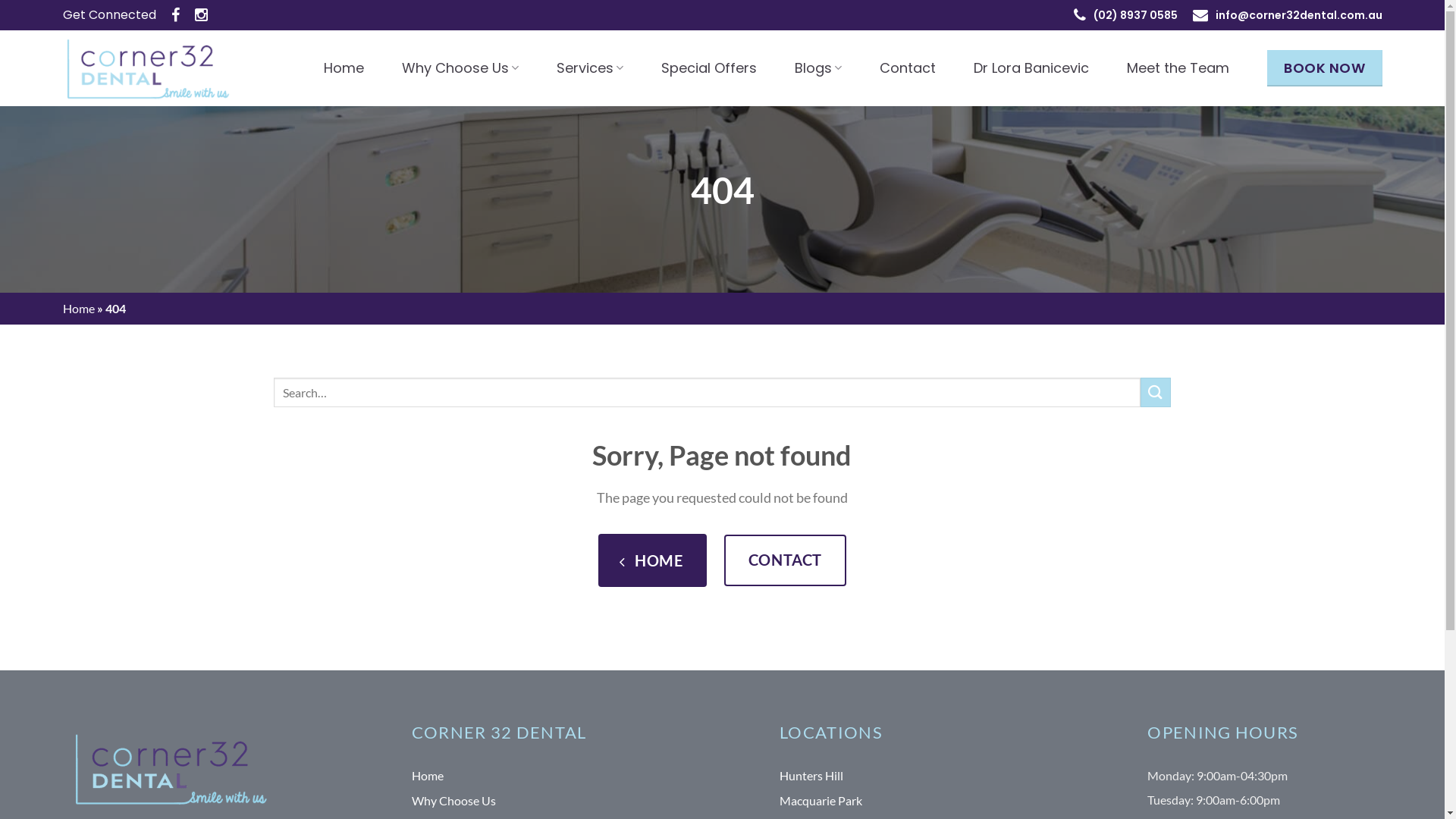 Image resolution: width=1456 pixels, height=819 pixels. I want to click on 'Services', so click(588, 67).